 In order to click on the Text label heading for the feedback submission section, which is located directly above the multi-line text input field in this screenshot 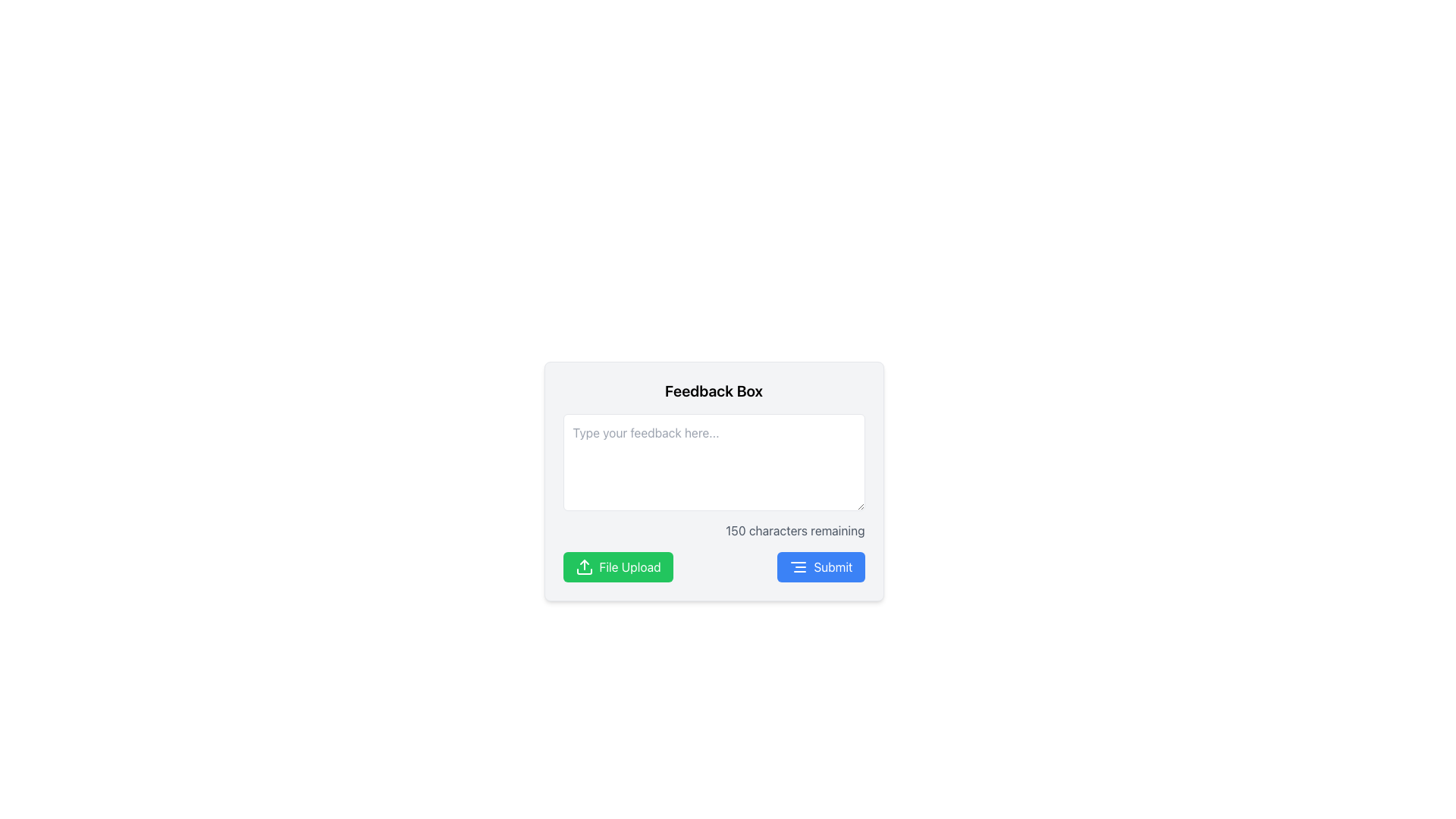, I will do `click(713, 391)`.